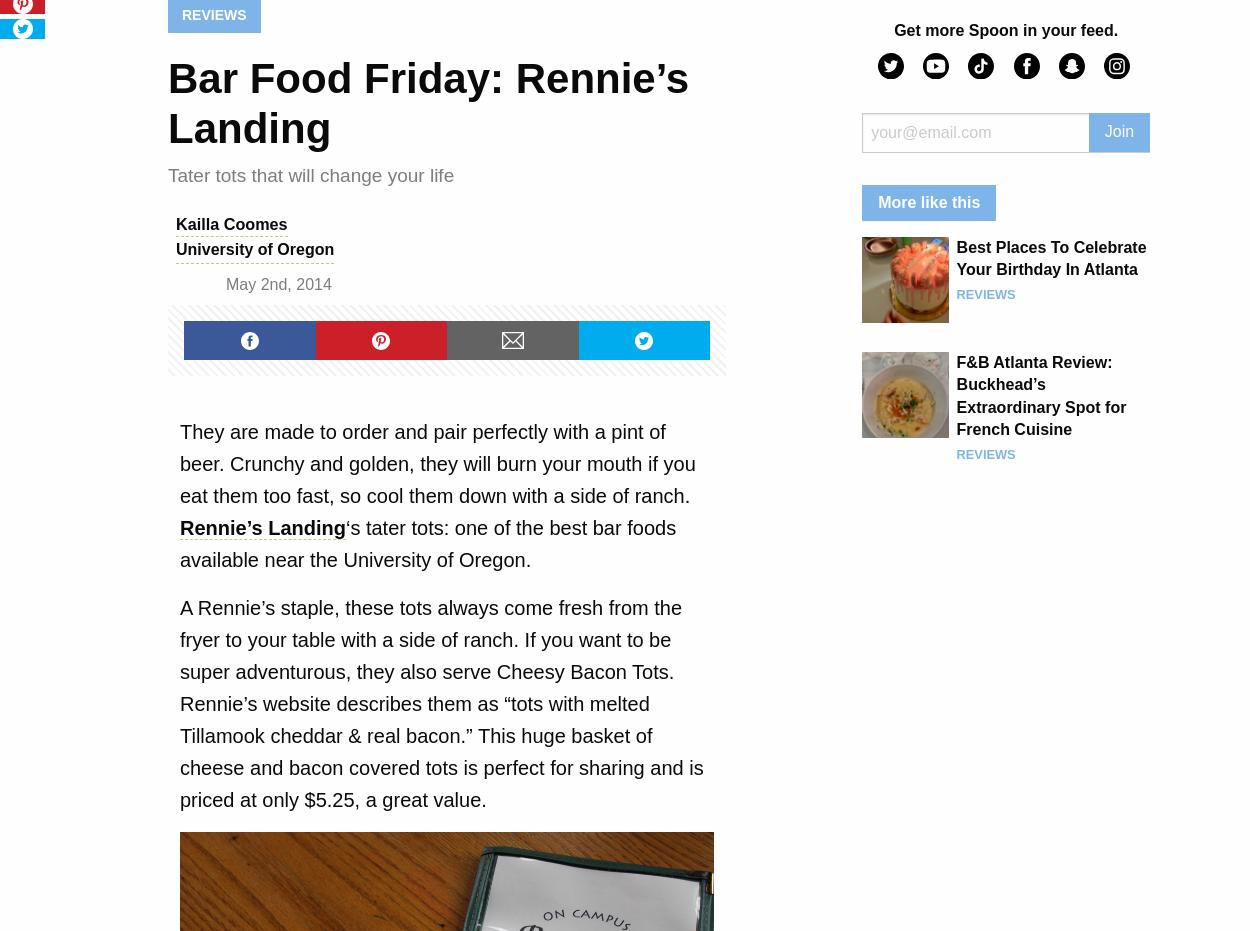 This screenshot has height=931, width=1250. Describe the element at coordinates (254, 249) in the screenshot. I see `'University of Oregon'` at that location.